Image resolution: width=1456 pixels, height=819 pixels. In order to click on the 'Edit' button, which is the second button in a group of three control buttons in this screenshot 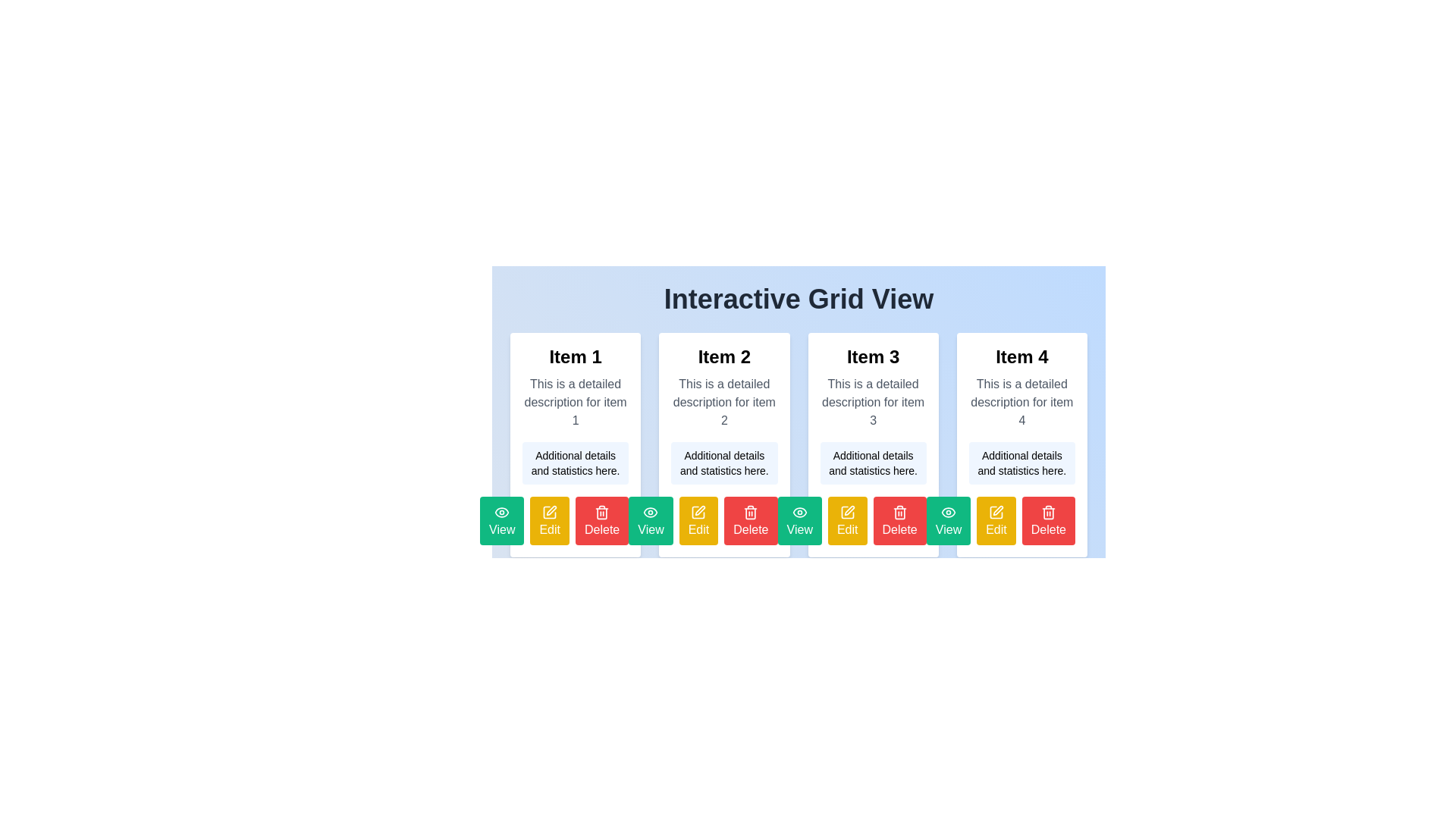, I will do `click(549, 519)`.